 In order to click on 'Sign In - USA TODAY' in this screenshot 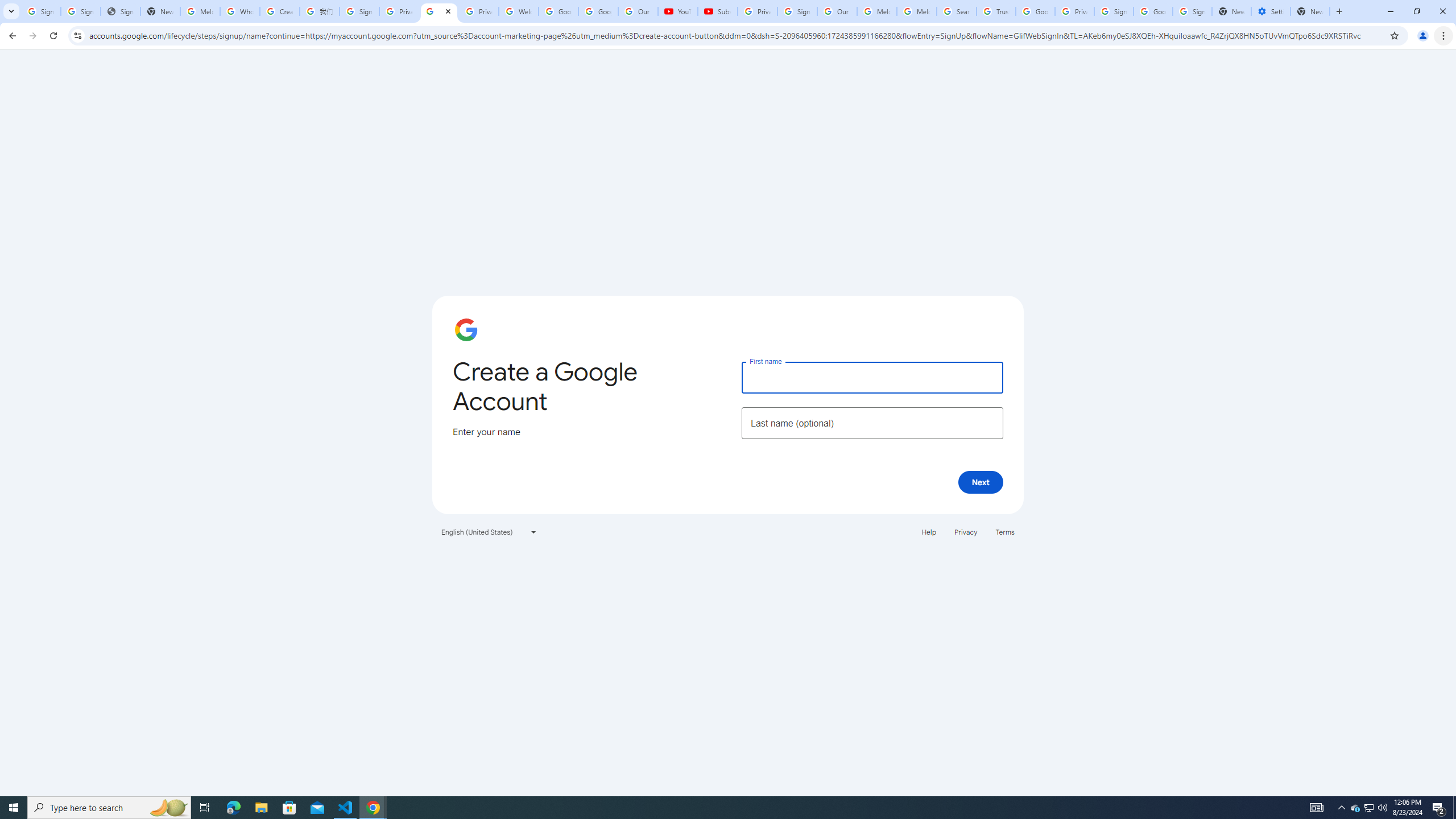, I will do `click(120, 11)`.